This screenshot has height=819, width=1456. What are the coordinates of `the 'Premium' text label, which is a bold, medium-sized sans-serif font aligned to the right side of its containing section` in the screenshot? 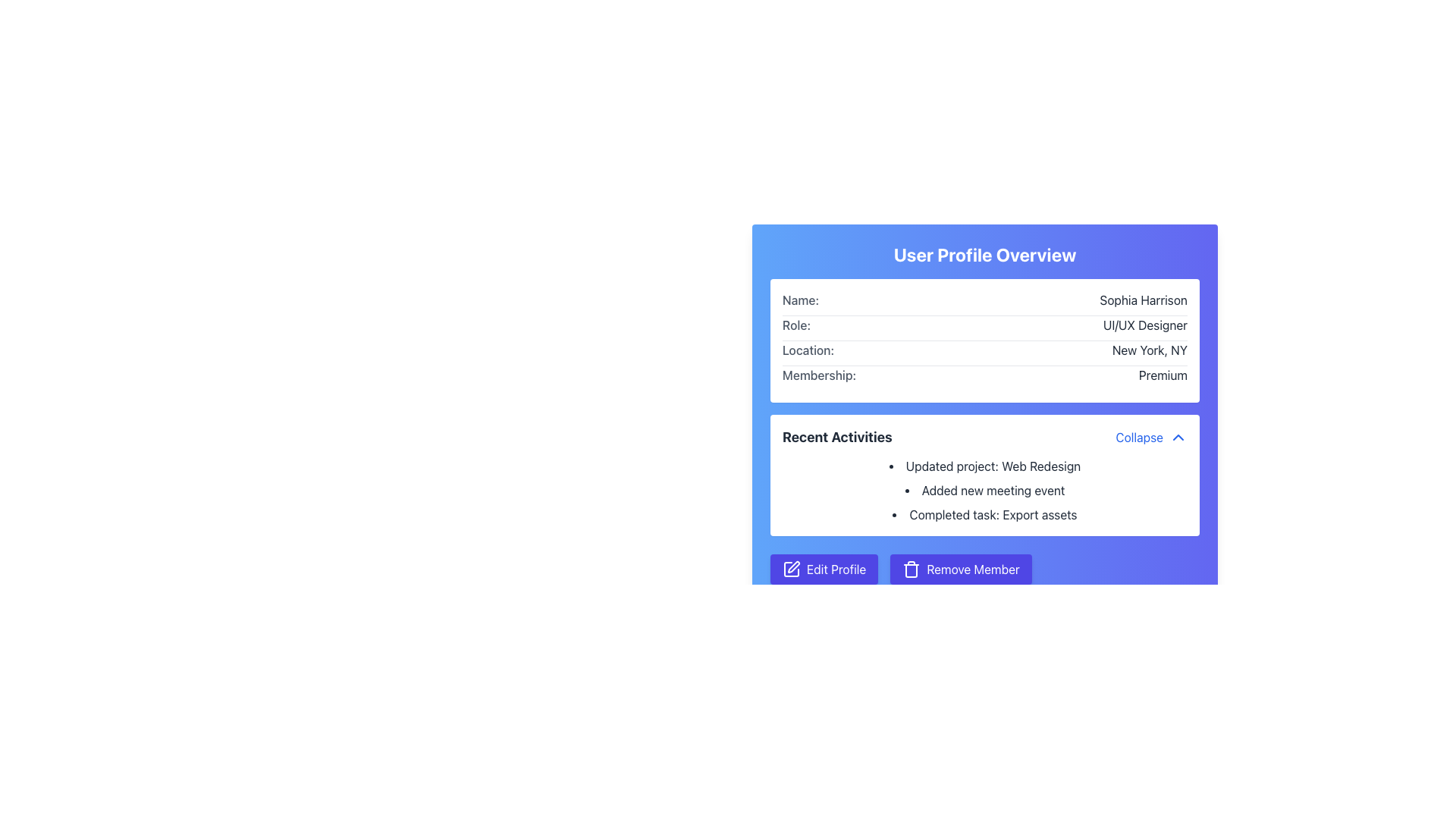 It's located at (1162, 375).